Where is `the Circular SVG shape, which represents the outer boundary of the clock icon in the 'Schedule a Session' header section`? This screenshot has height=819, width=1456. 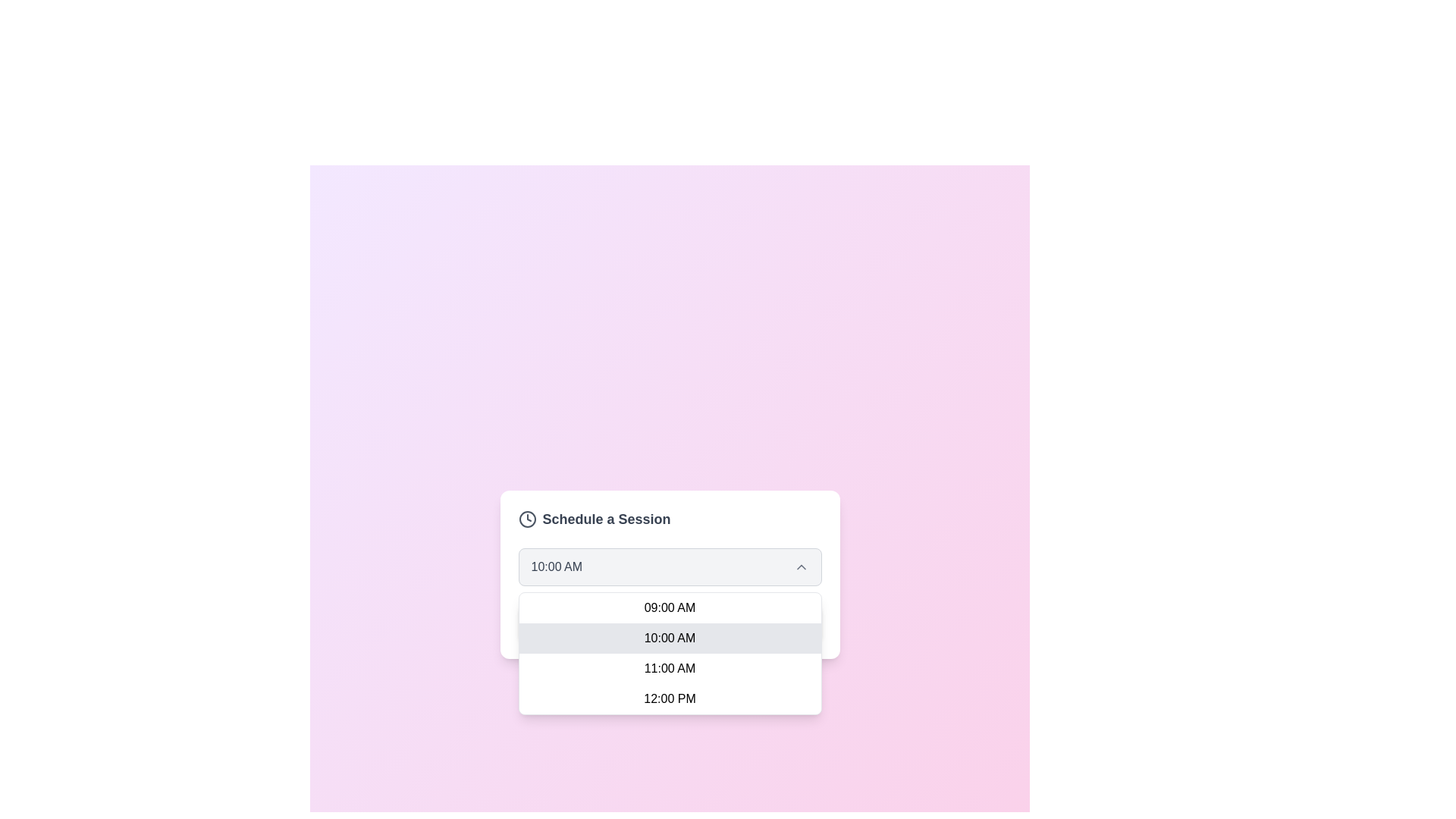
the Circular SVG shape, which represents the outer boundary of the clock icon in the 'Schedule a Session' header section is located at coordinates (527, 519).